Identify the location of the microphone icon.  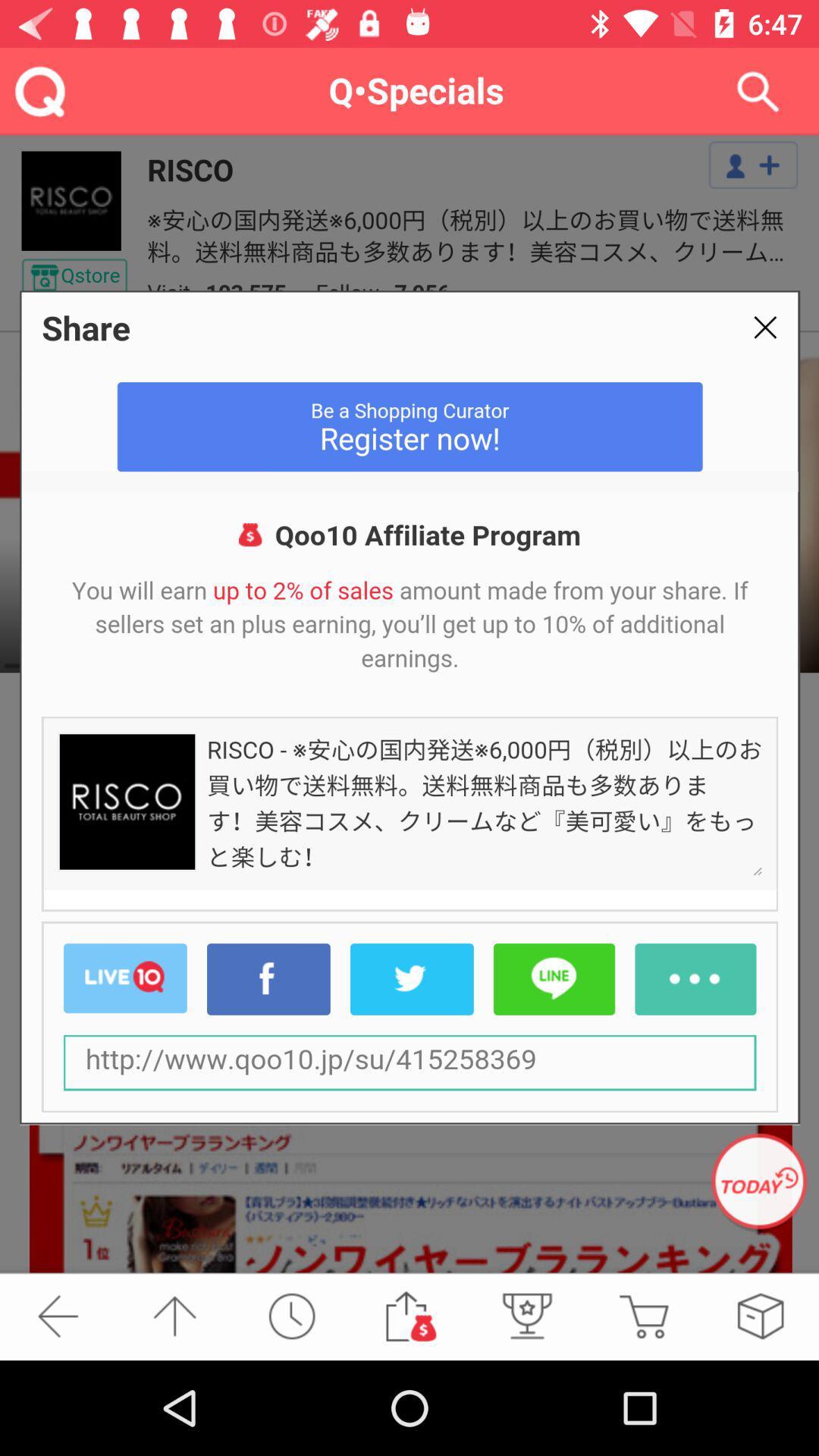
(525, 1315).